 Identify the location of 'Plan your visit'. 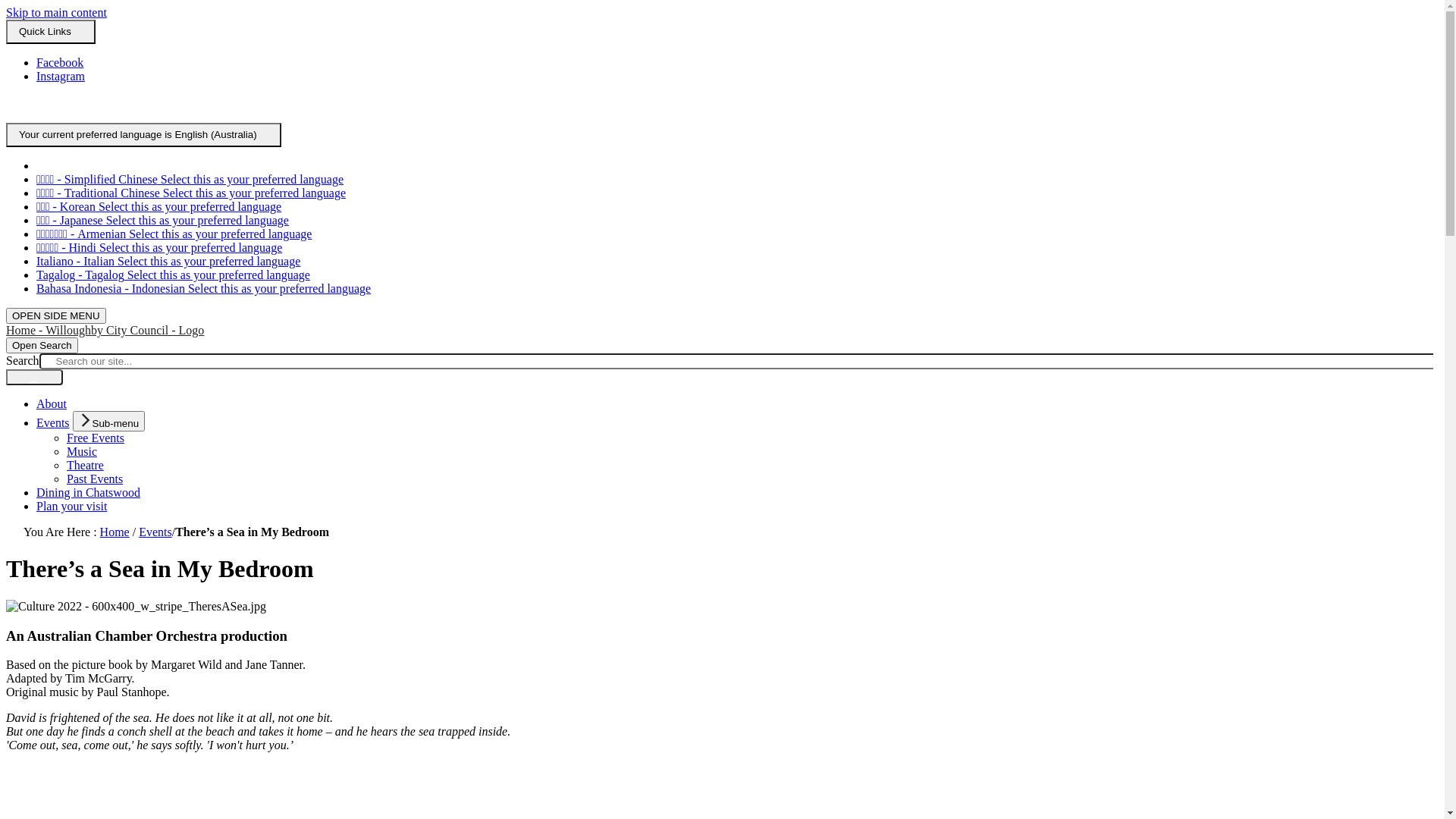
(71, 506).